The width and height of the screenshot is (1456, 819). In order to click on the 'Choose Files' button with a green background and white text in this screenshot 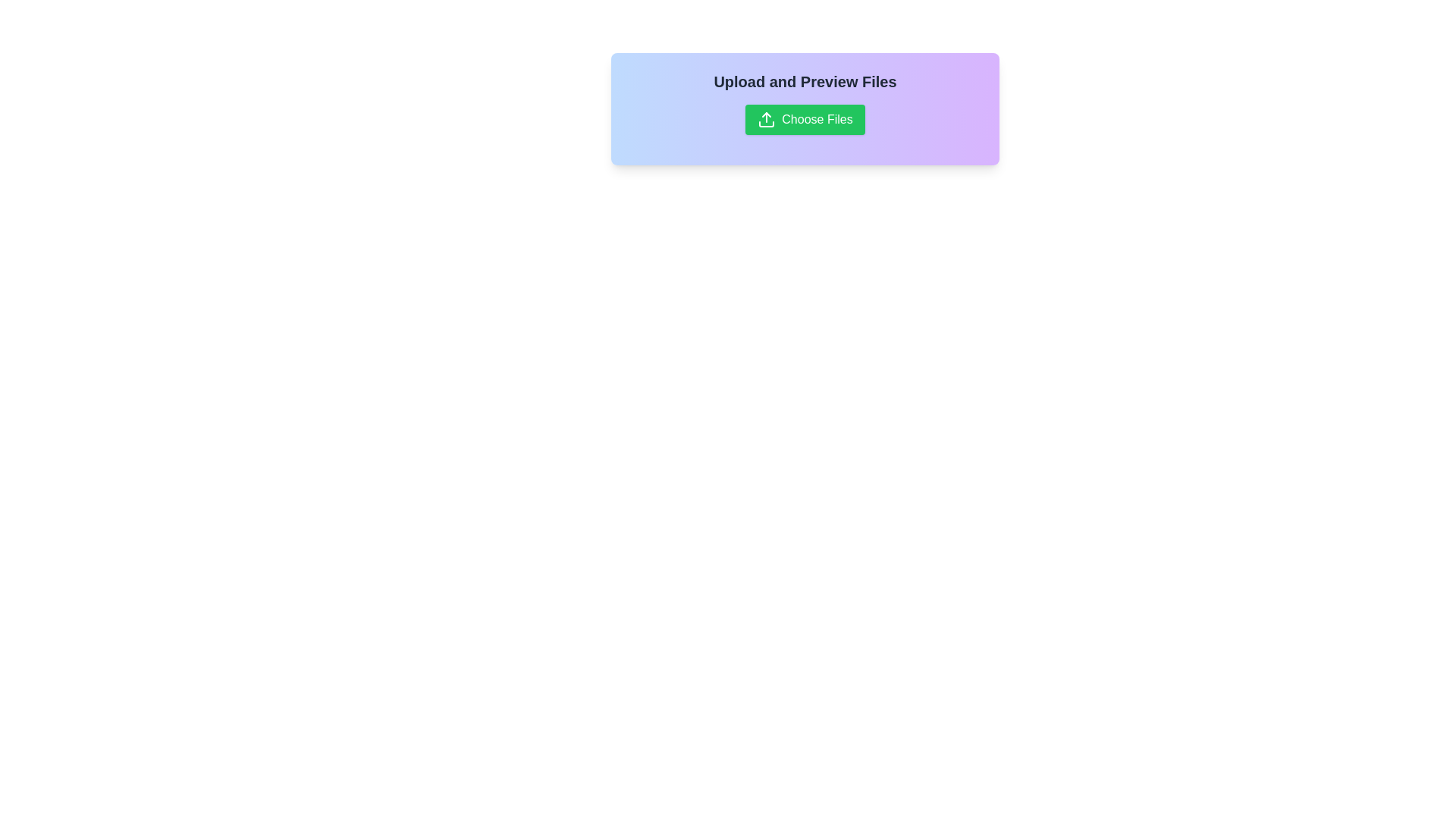, I will do `click(804, 119)`.